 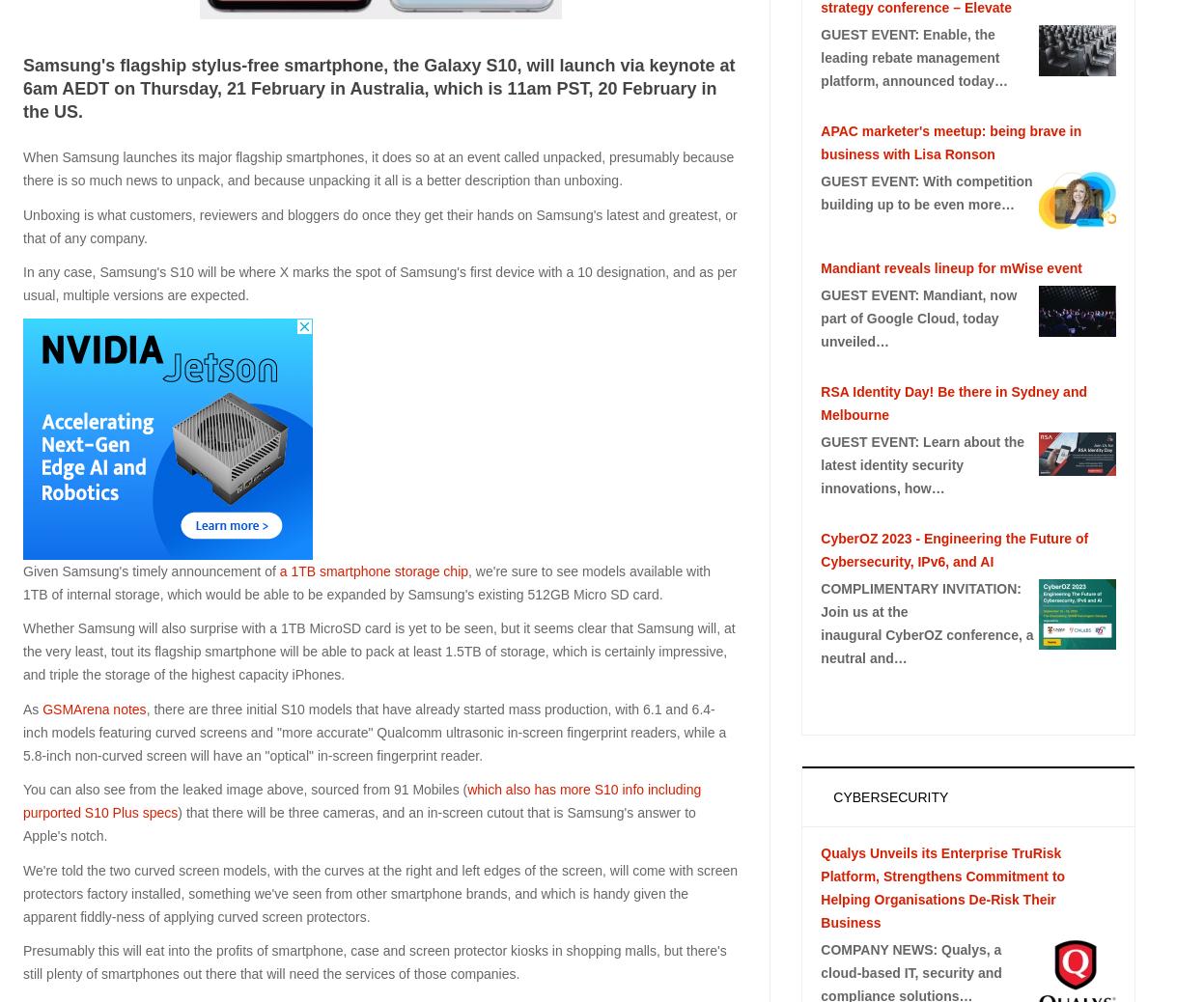 What do you see at coordinates (365, 580) in the screenshot?
I see `', we're sure to see models available with 1TB of internal storage, which would be able to be expanded by Samsung's existing 512GB Micro SD card.'` at bounding box center [365, 580].